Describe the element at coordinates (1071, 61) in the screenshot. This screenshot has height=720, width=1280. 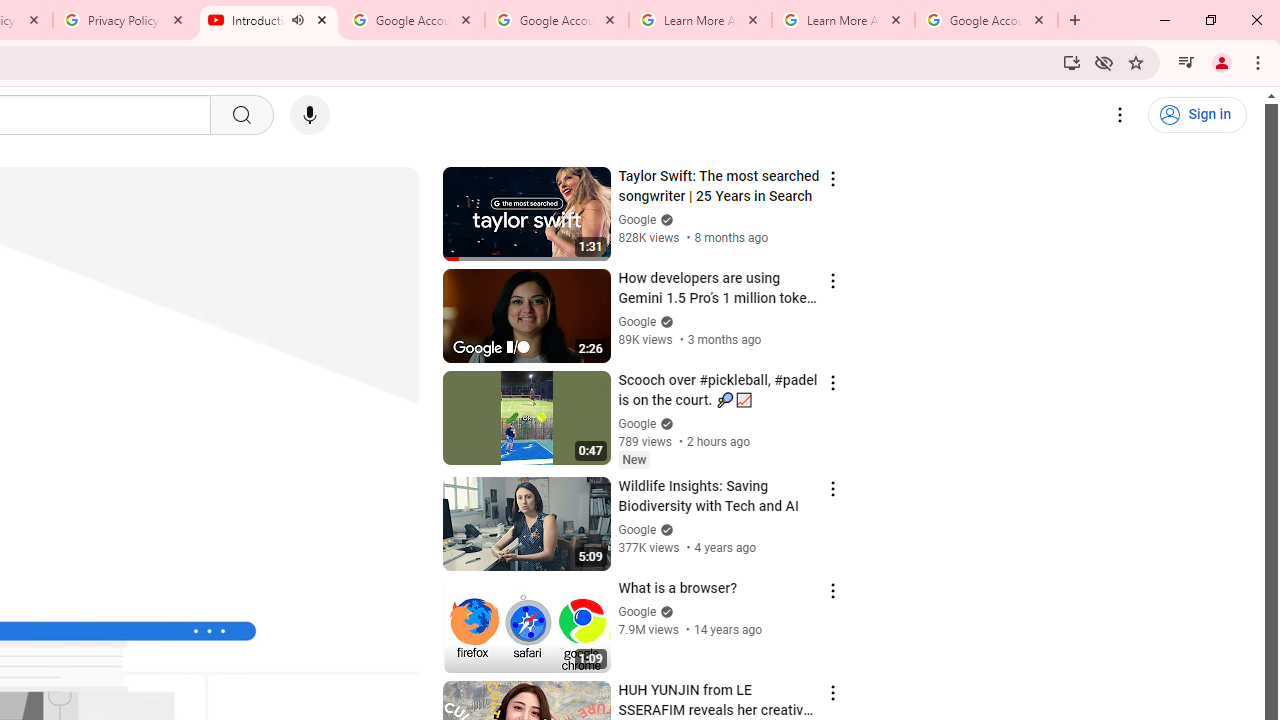
I see `'Install YouTube'` at that location.